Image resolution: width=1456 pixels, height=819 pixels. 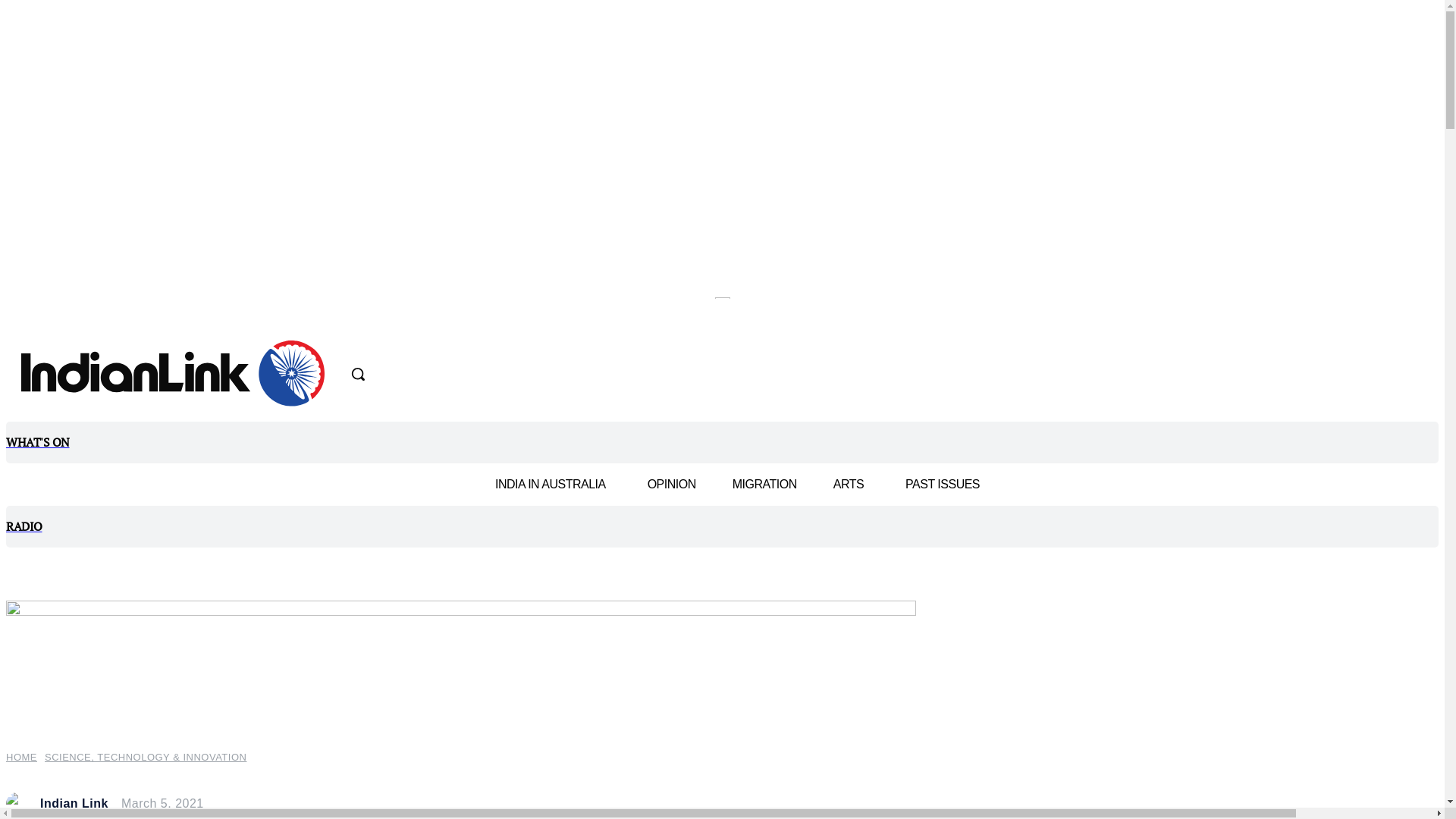 What do you see at coordinates (942, 484) in the screenshot?
I see `'PAST ISSUES'` at bounding box center [942, 484].